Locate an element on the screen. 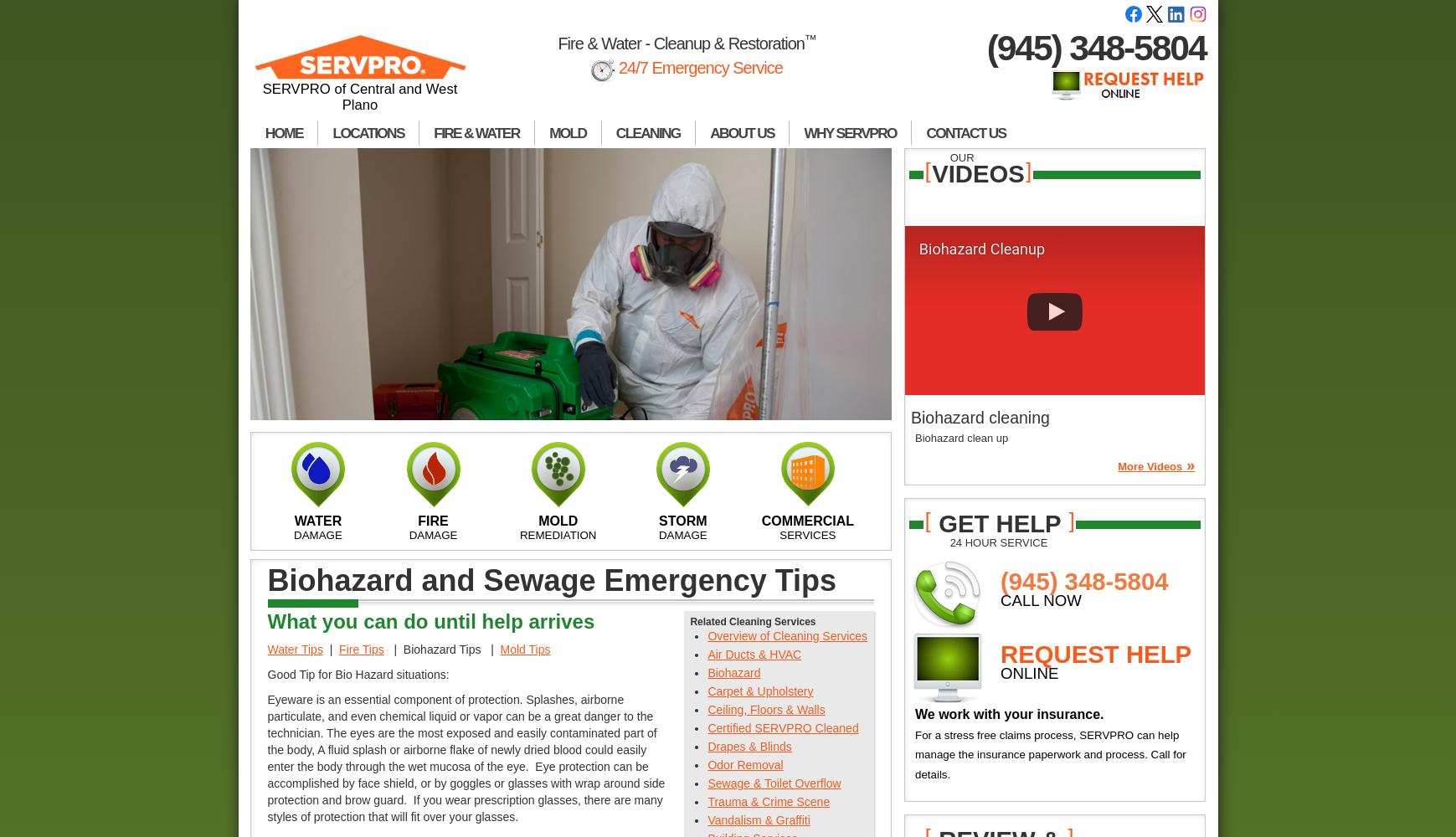  'FIRE' is located at coordinates (433, 519).